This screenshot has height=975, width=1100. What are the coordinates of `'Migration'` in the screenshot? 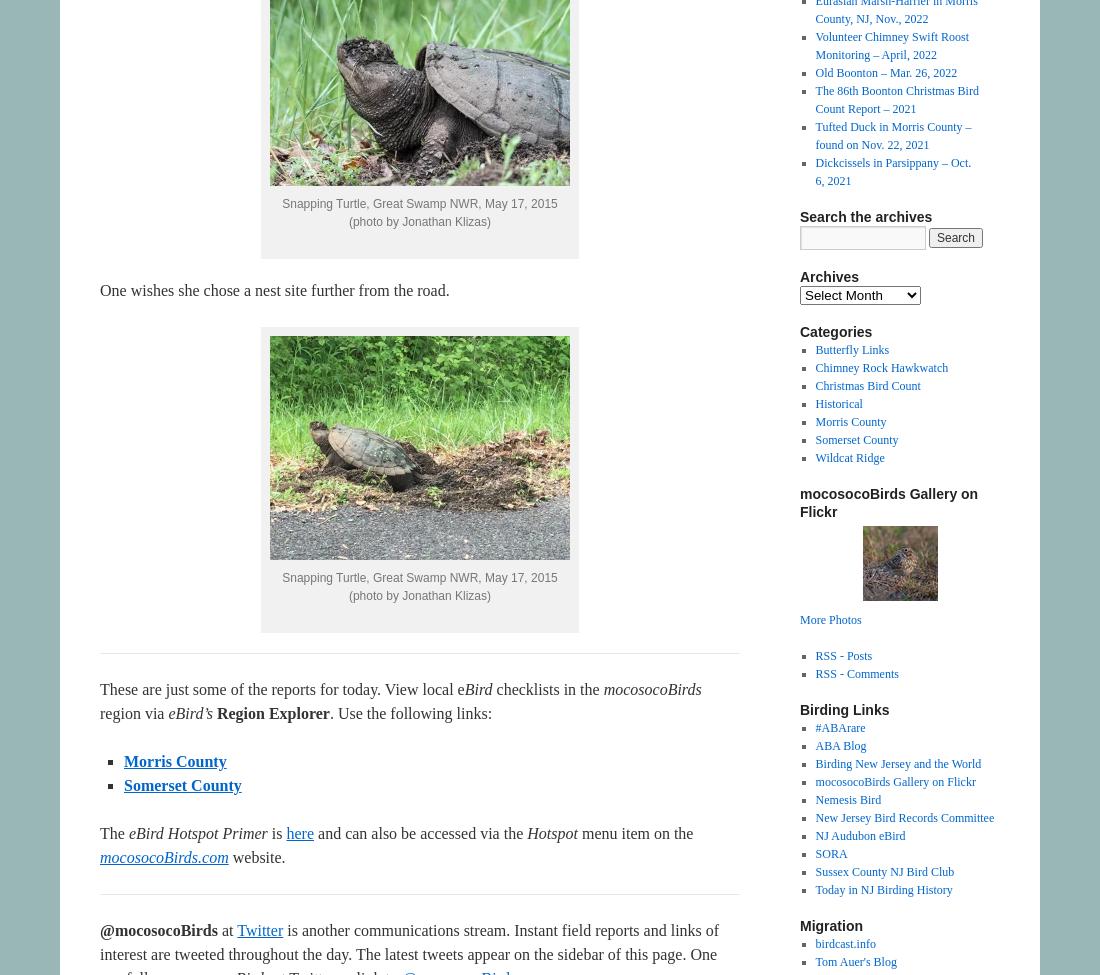 It's located at (800, 924).